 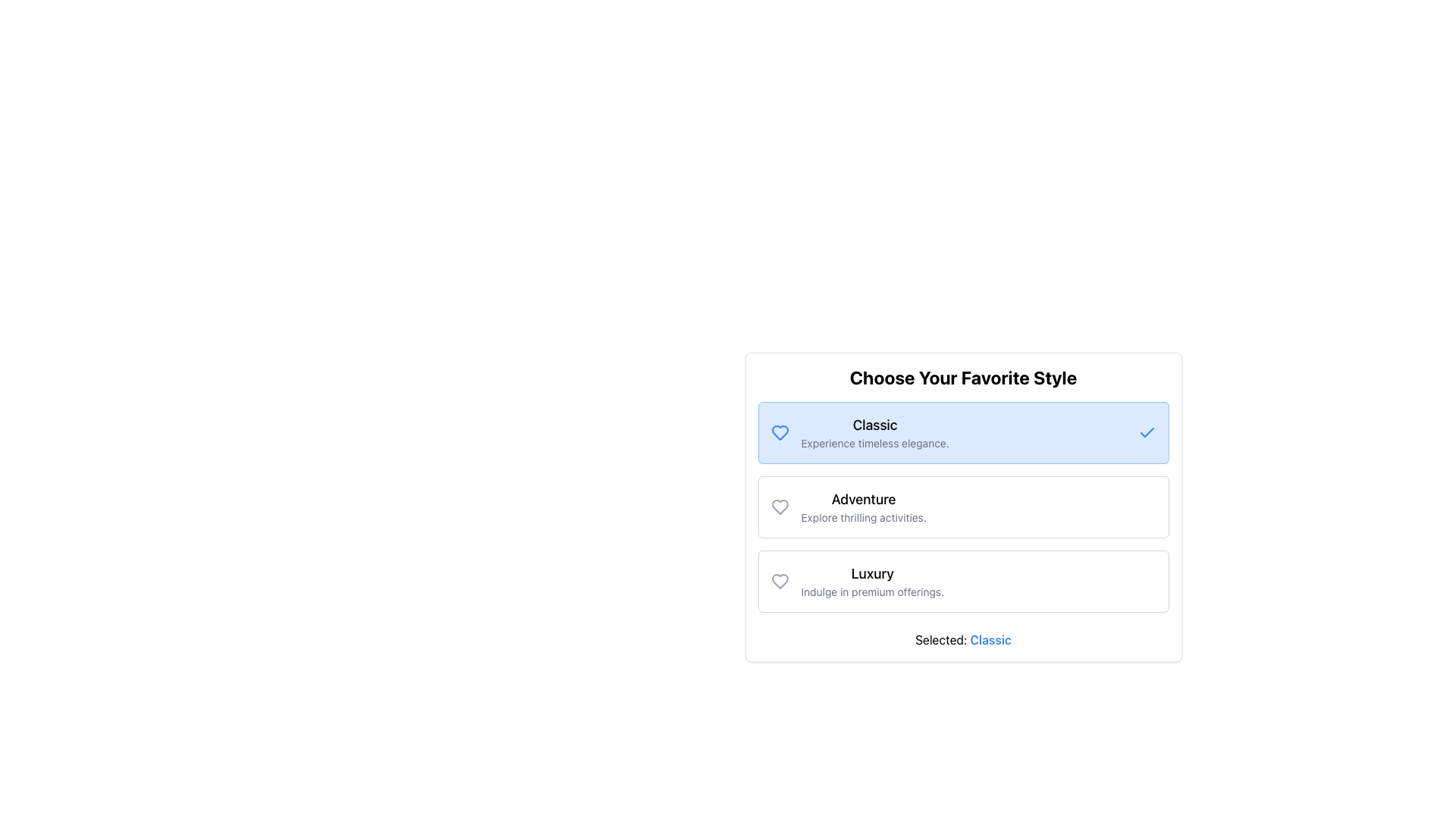 What do you see at coordinates (875, 444) in the screenshot?
I see `the static text element that describes the 'Classic' option, which is located beneath the title 'Classic' in the options list` at bounding box center [875, 444].